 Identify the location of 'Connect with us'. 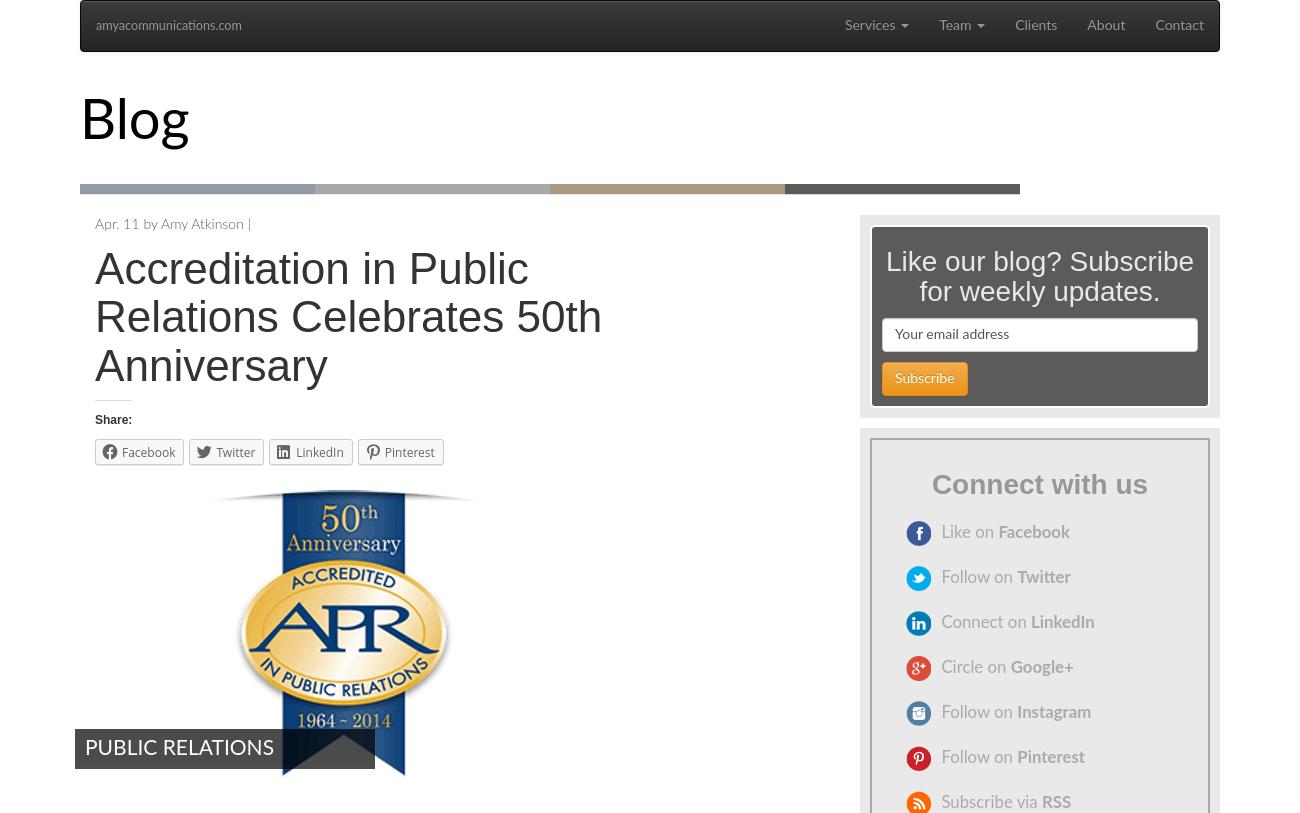
(1039, 484).